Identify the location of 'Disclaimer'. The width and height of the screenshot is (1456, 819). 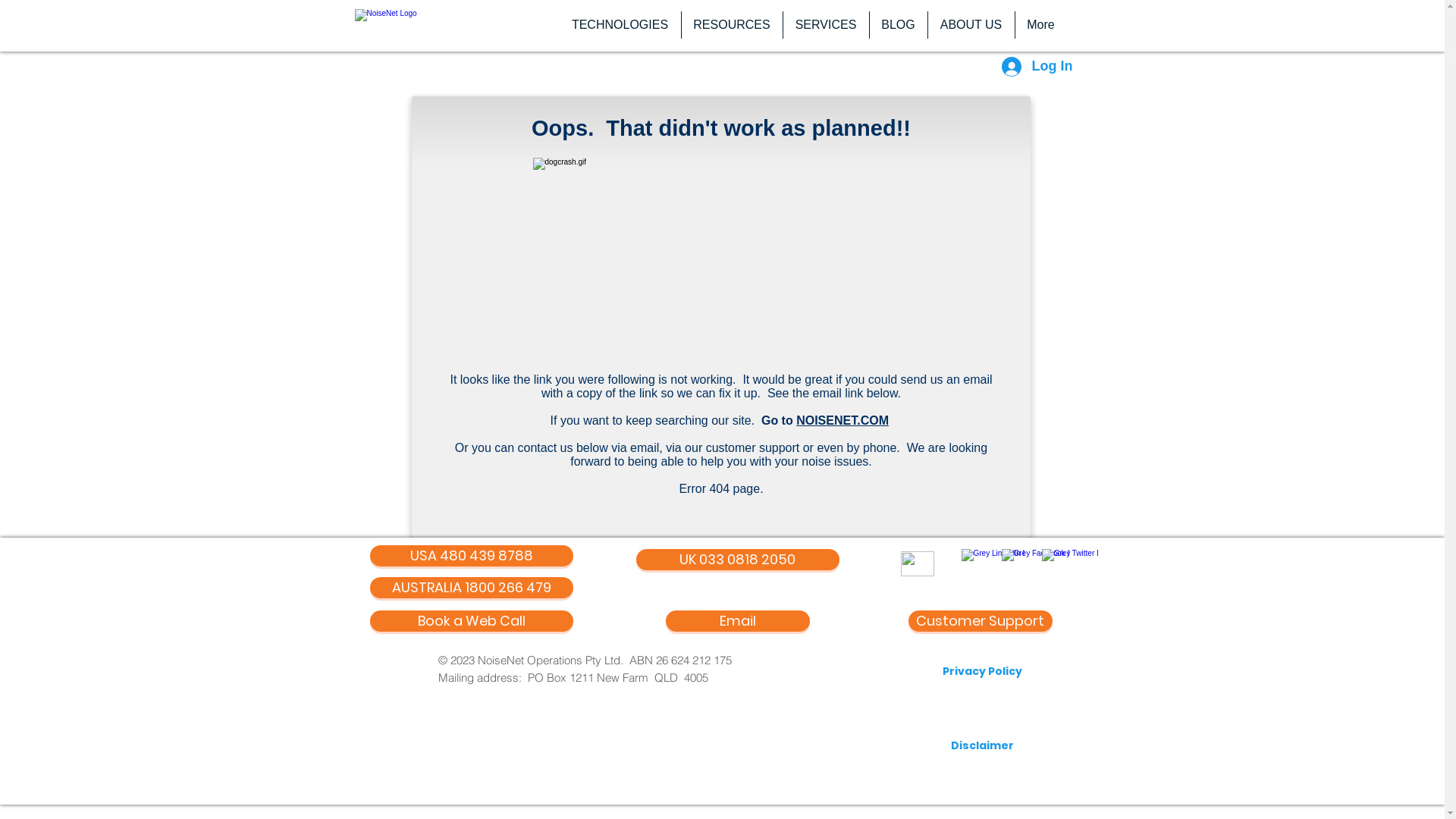
(982, 745).